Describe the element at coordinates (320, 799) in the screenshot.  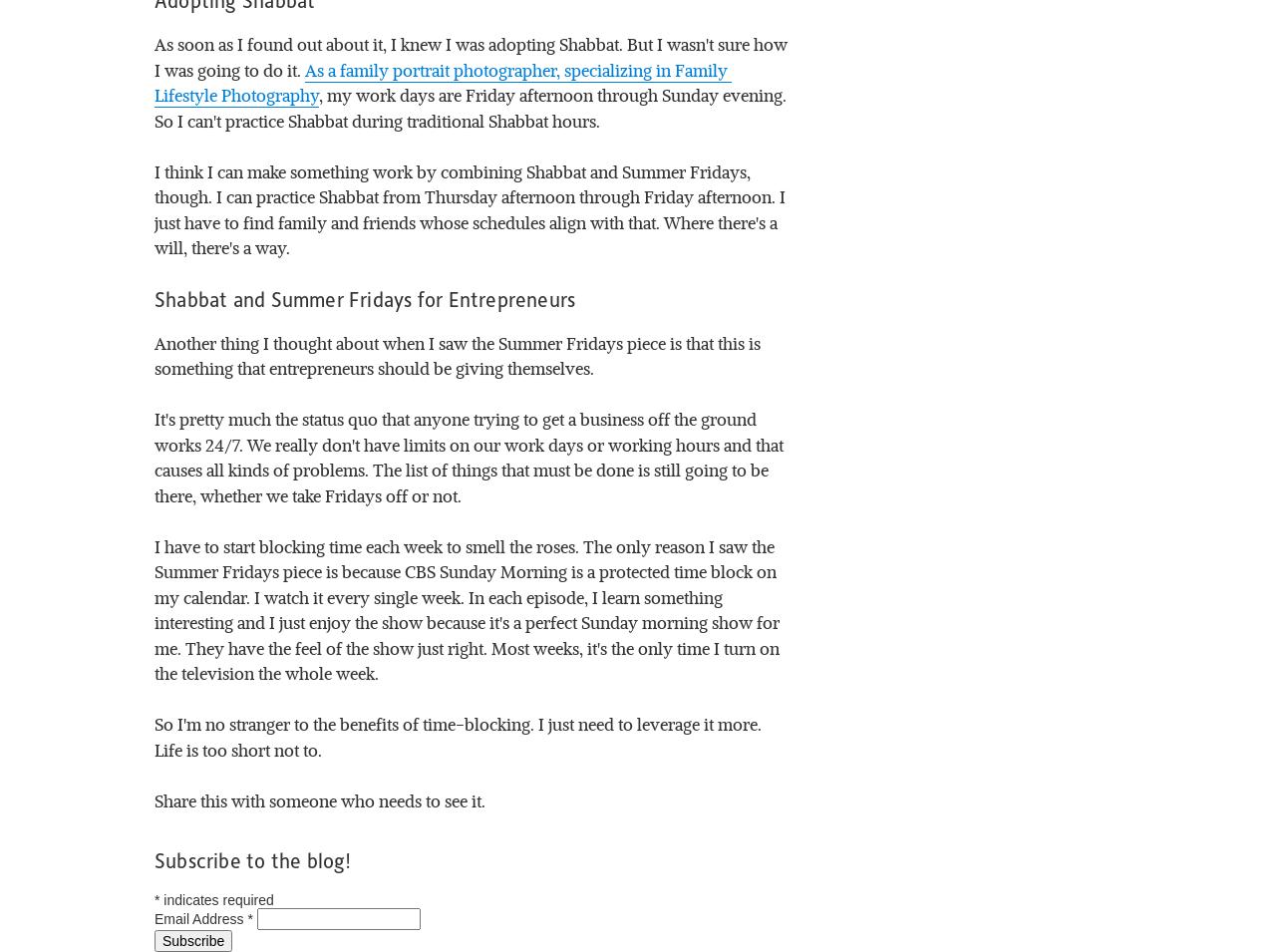
I see `'Share this with someone who needs to see it.'` at that location.